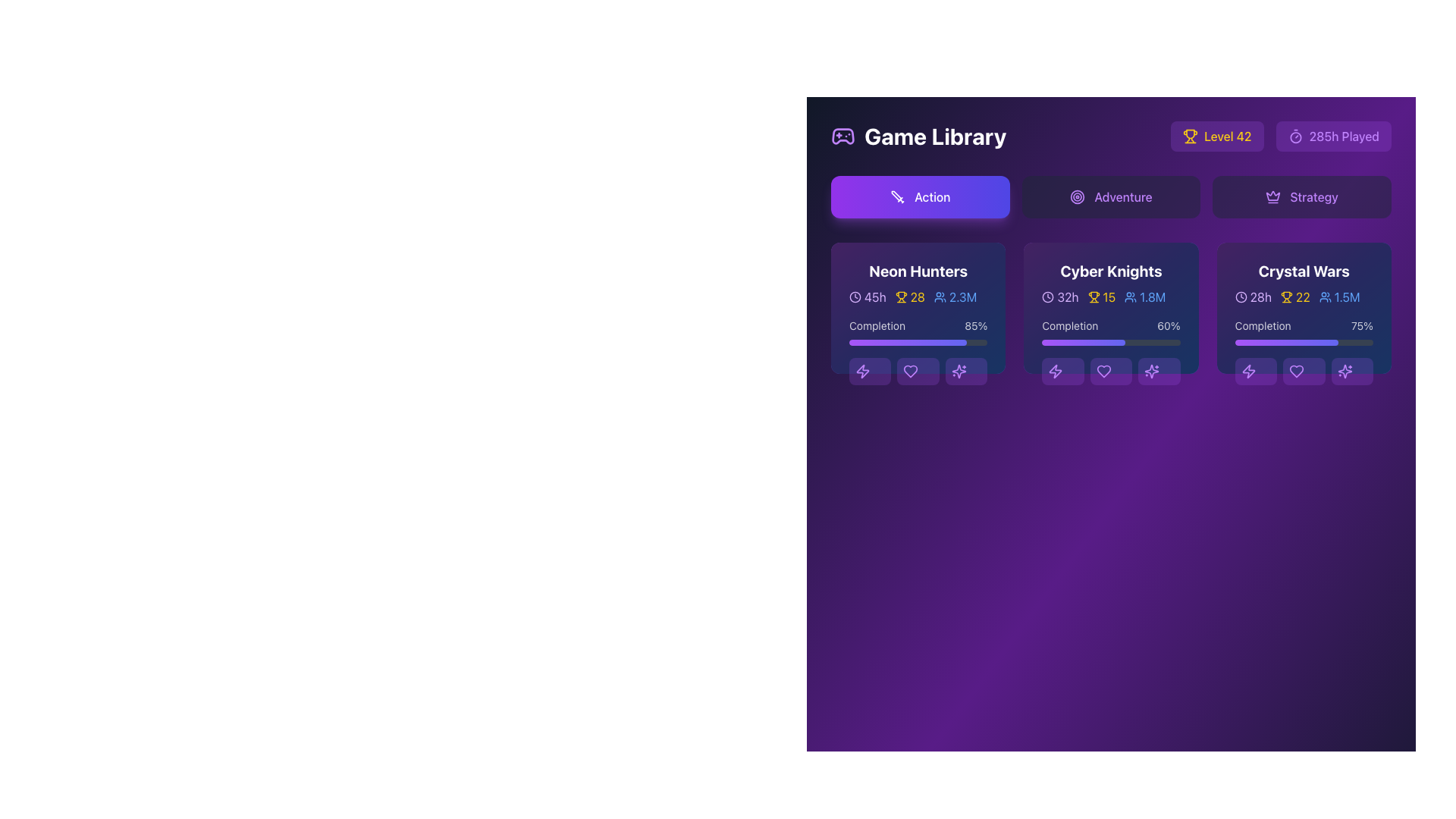  I want to click on text on the Informational Button with a purple background and yellow trophy icon that displays 'Level 42', so click(1216, 136).